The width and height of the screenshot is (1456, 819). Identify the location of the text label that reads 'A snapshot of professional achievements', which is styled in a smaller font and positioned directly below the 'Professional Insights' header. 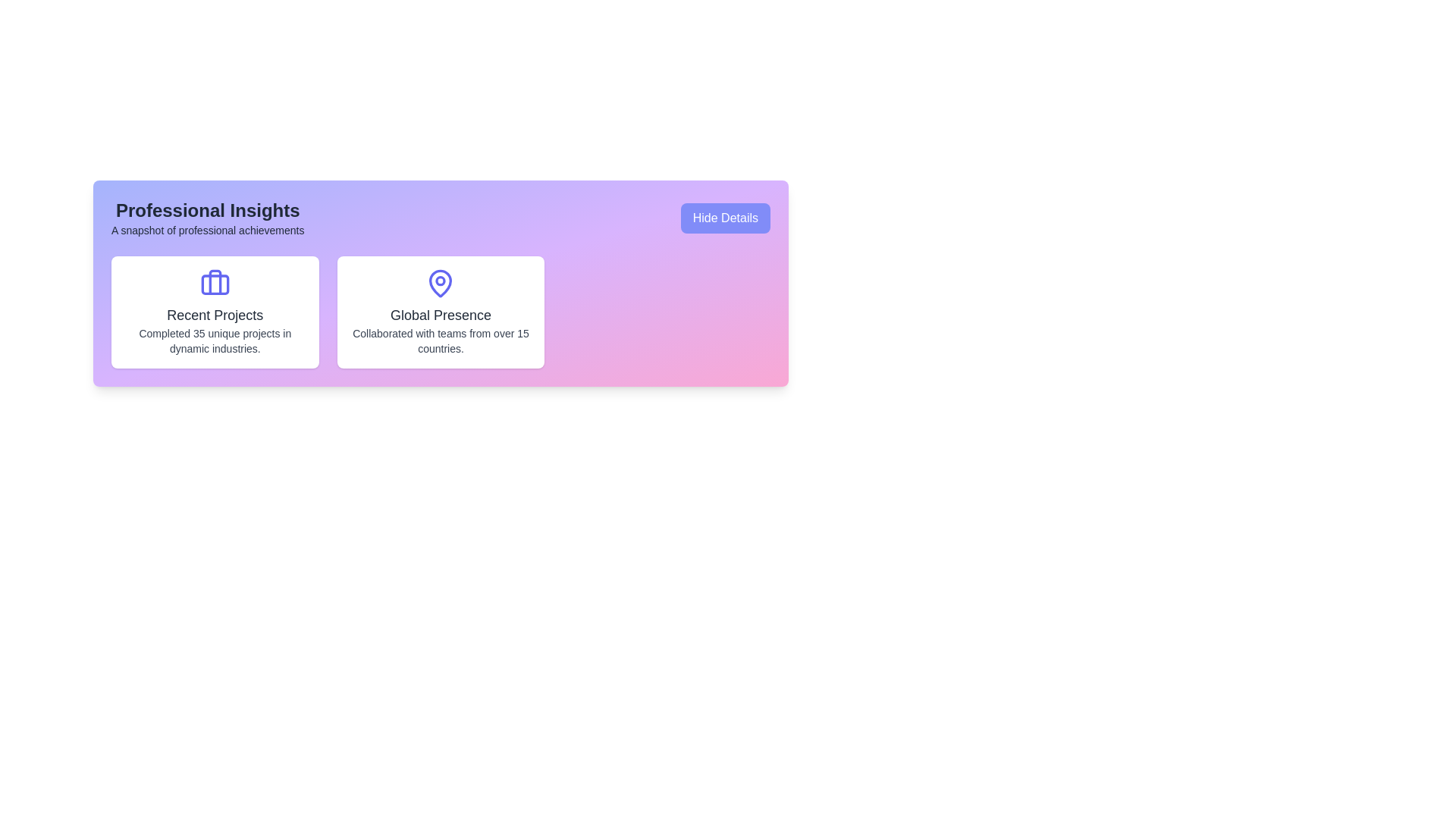
(207, 231).